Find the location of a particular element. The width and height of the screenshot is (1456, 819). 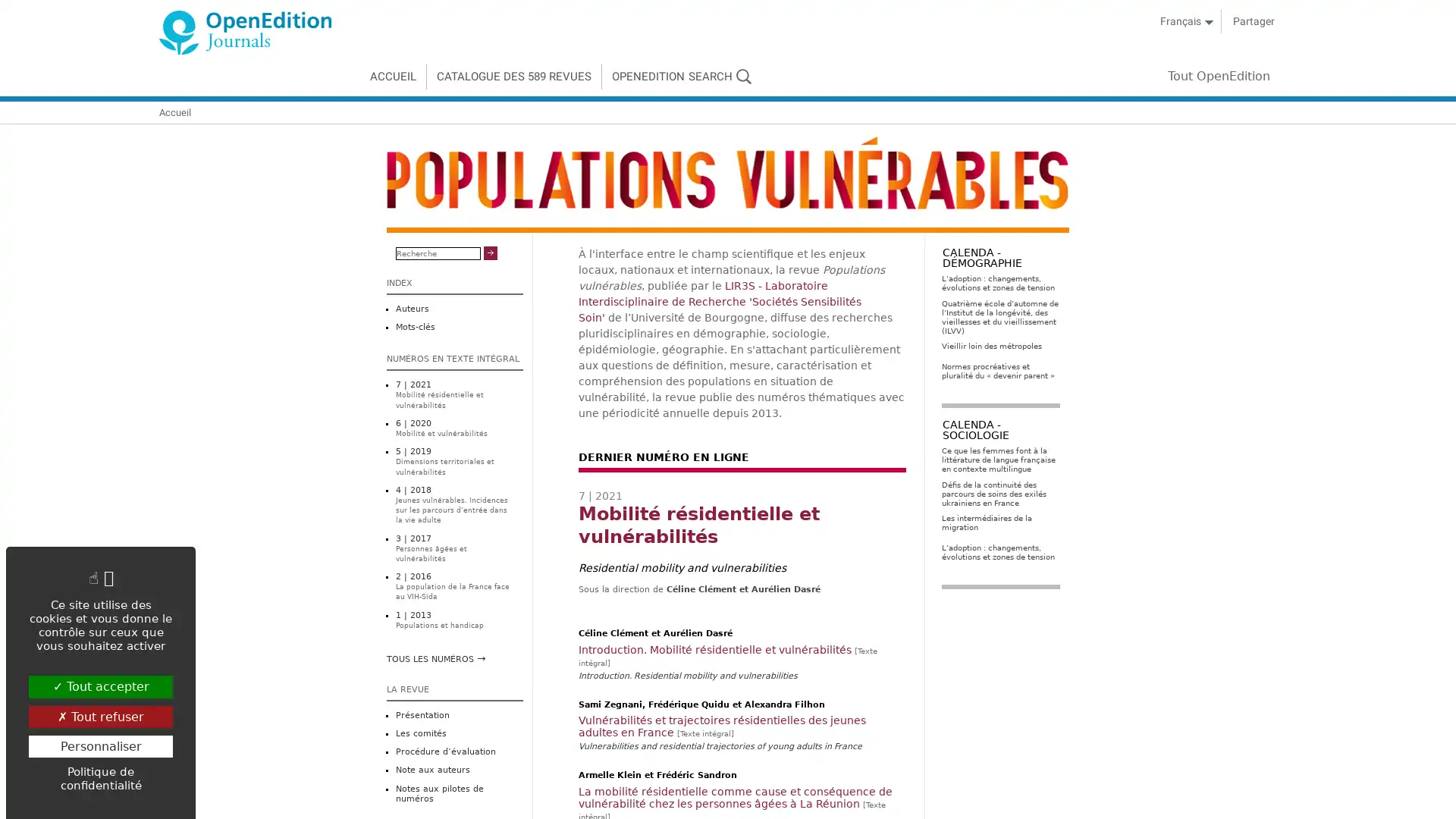

Personnaliser (fenetre modale) is located at coordinates (100, 745).